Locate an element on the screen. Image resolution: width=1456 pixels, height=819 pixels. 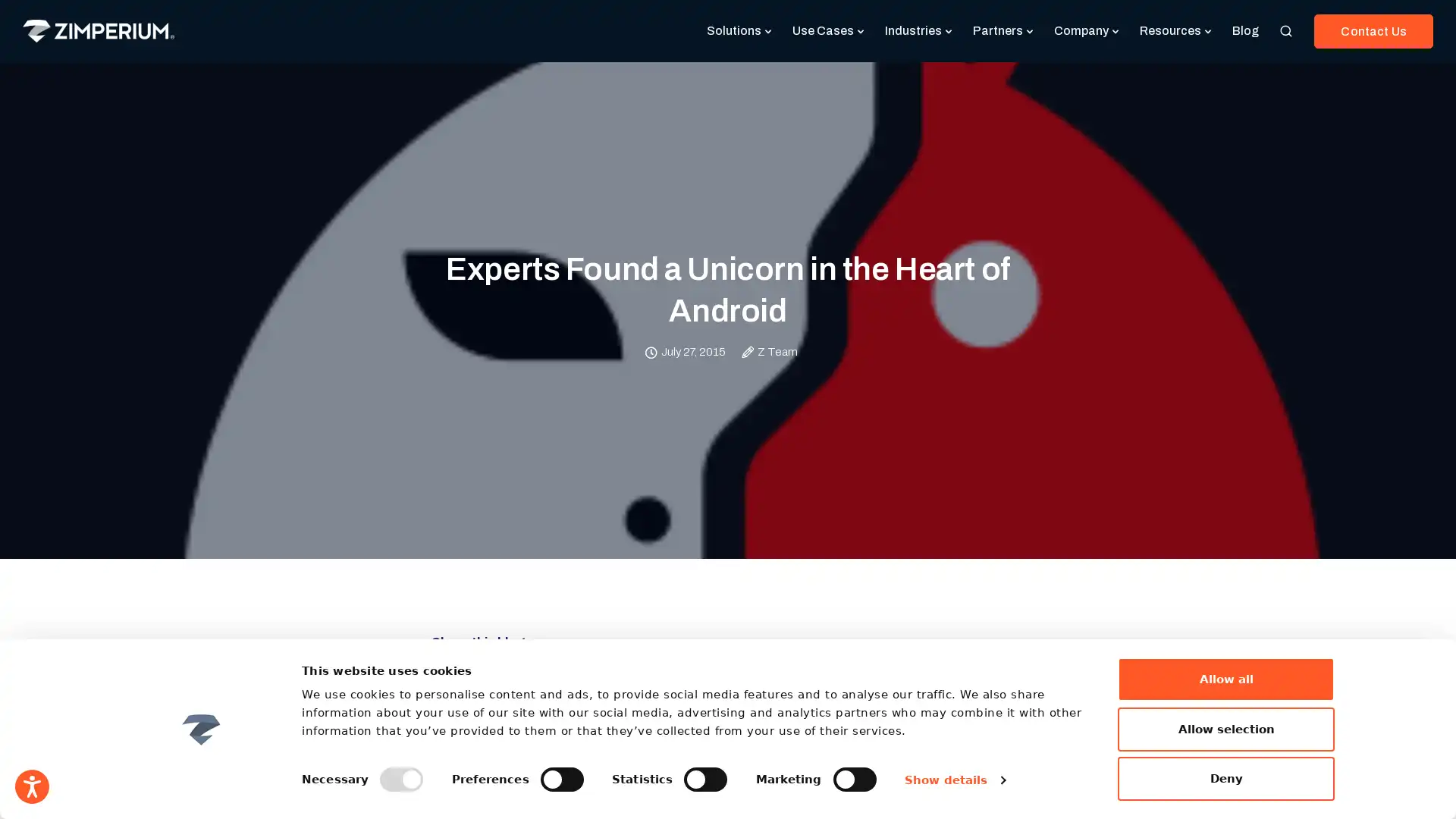
Allow selection is located at coordinates (1226, 727).